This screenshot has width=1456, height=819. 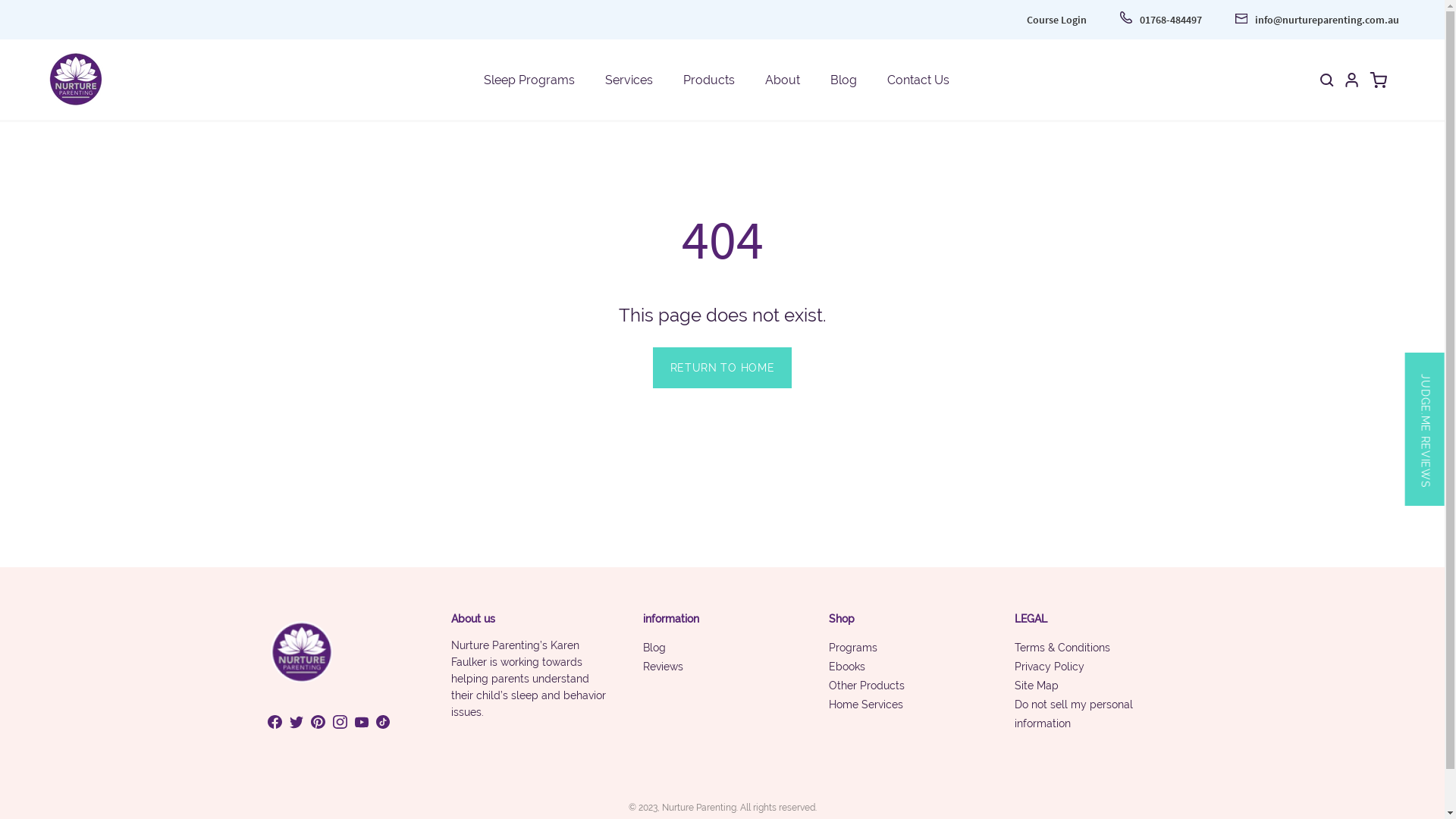 What do you see at coordinates (382, 721) in the screenshot?
I see `'View Nurture Parenting Shop on Tiktok'` at bounding box center [382, 721].